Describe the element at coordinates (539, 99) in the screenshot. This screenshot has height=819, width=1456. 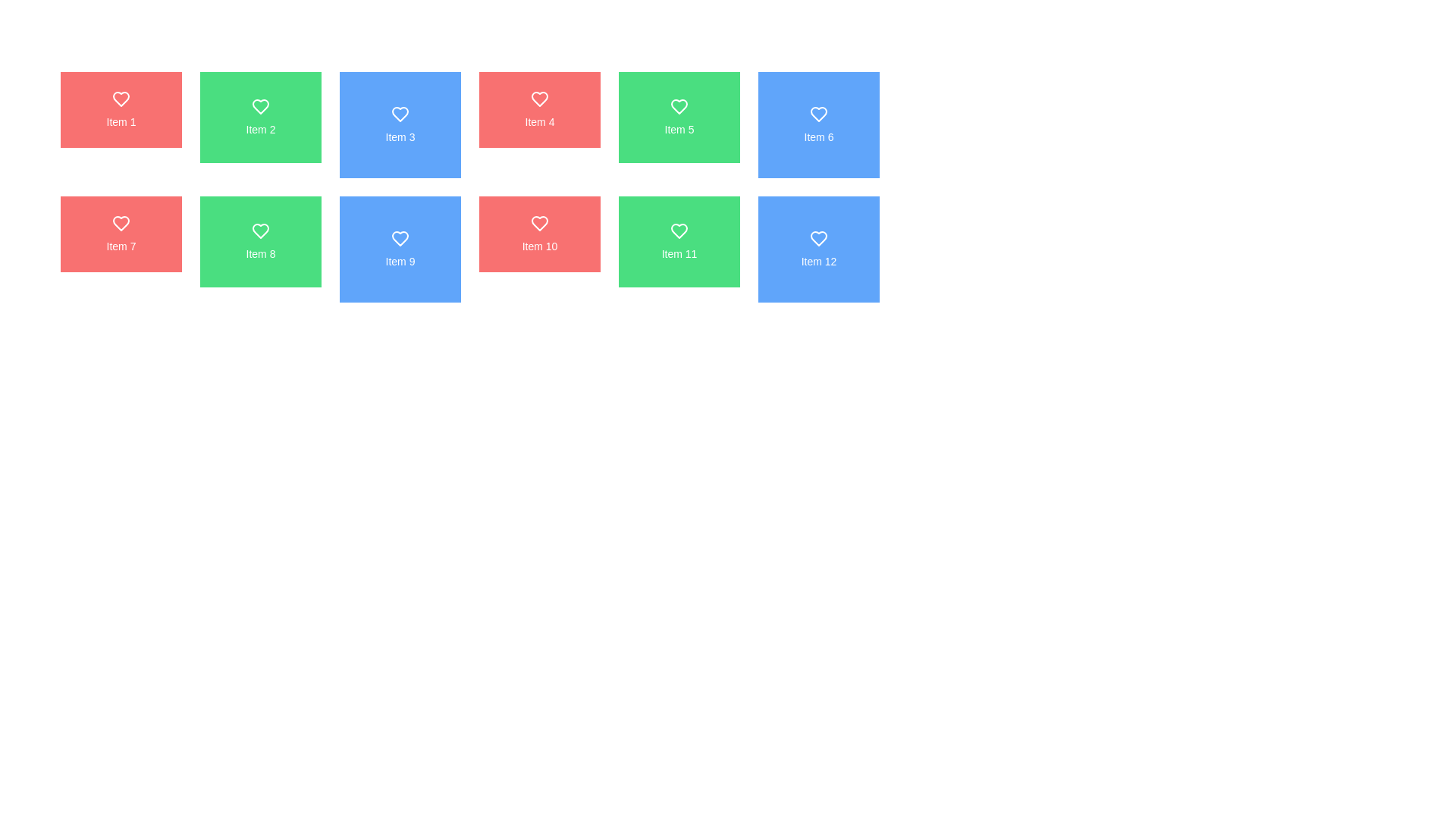
I see `the heart icon representing 'like' or 'favorite' action in 'Item 4' located in the top row and fourth column of the grid layout` at that location.